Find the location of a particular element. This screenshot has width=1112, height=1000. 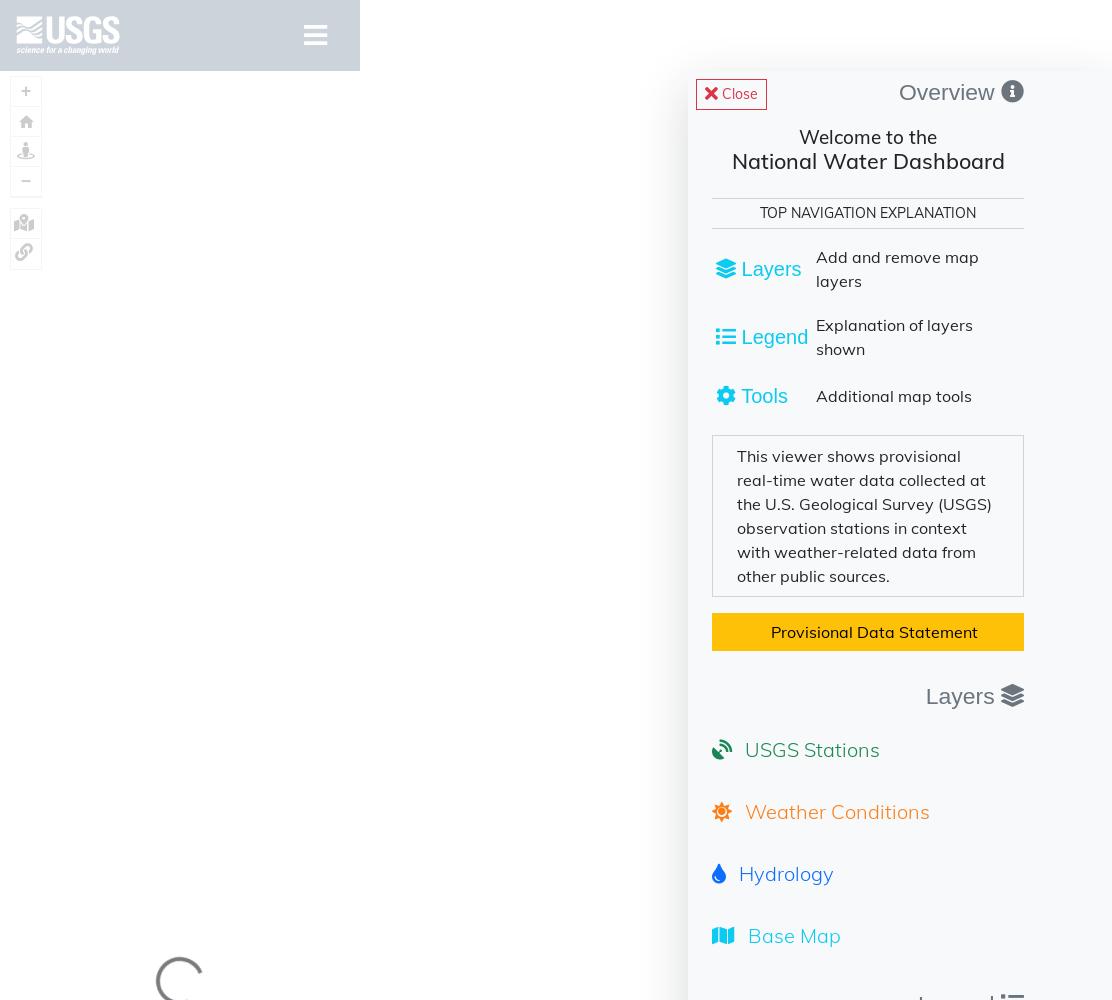

'Hydrology' is located at coordinates (782, 871).